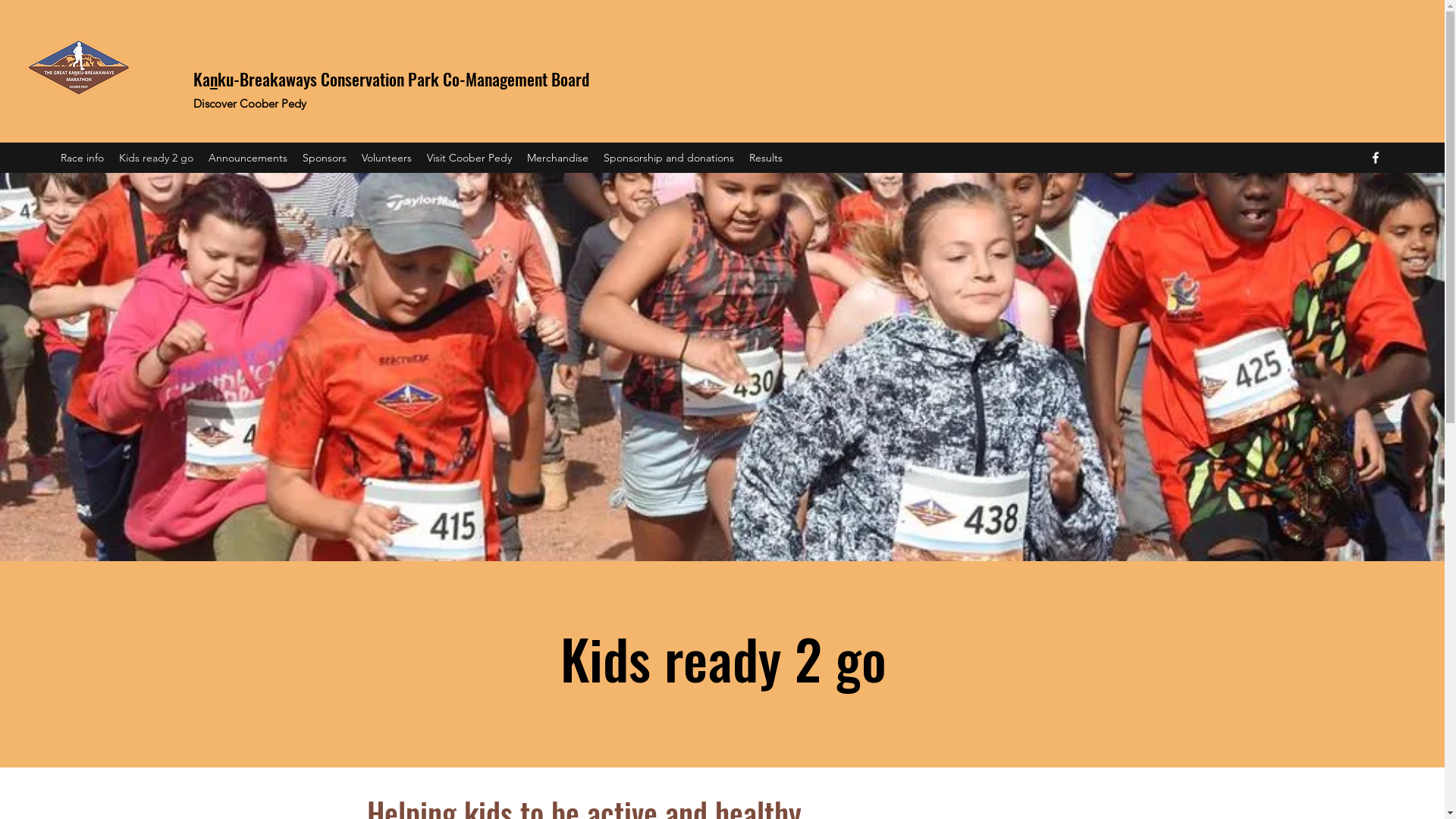  What do you see at coordinates (156, 158) in the screenshot?
I see `'Kids ready 2 go'` at bounding box center [156, 158].